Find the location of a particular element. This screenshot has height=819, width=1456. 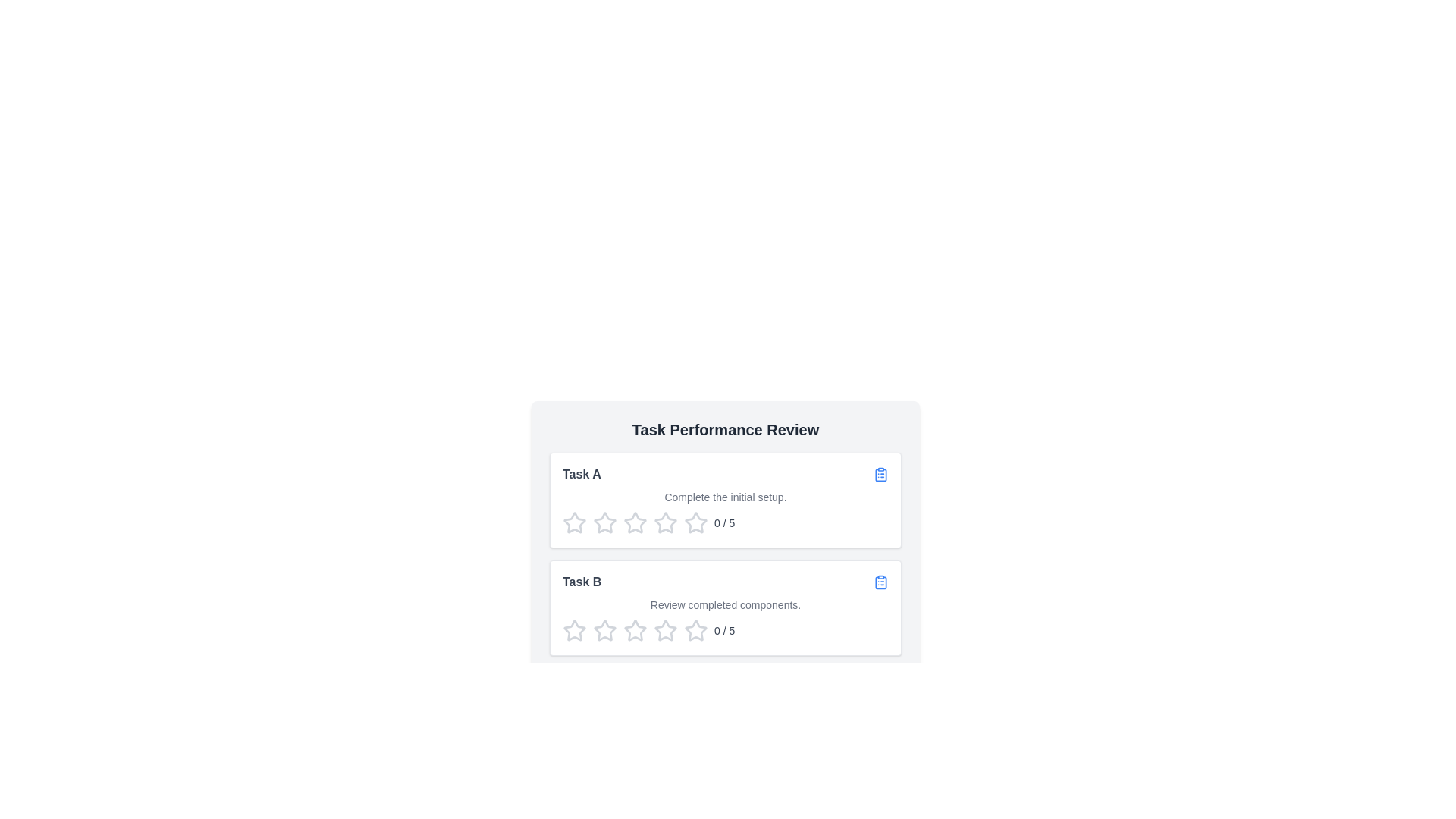

the stars in the second task item of the task list to assign a rating is located at coordinates (724, 607).